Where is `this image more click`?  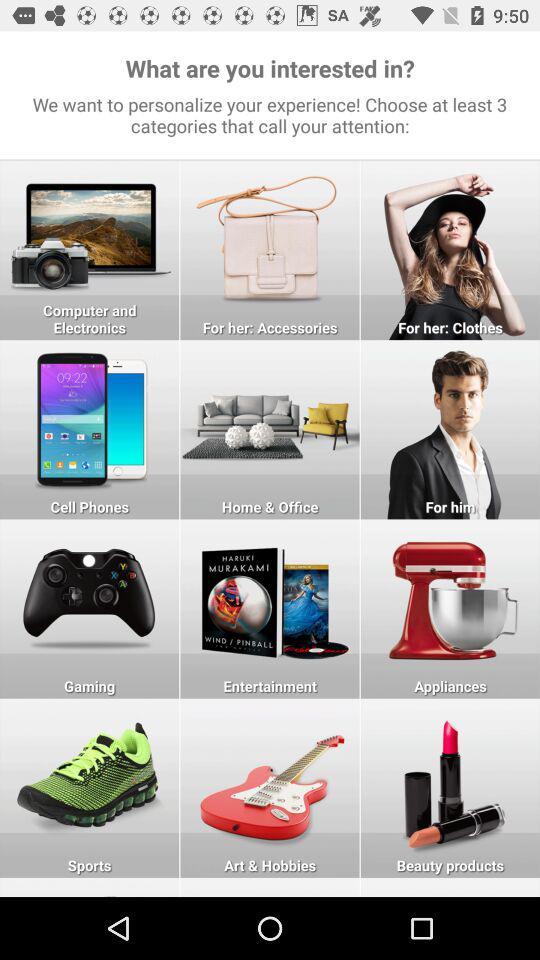
this image more click is located at coordinates (450, 429).